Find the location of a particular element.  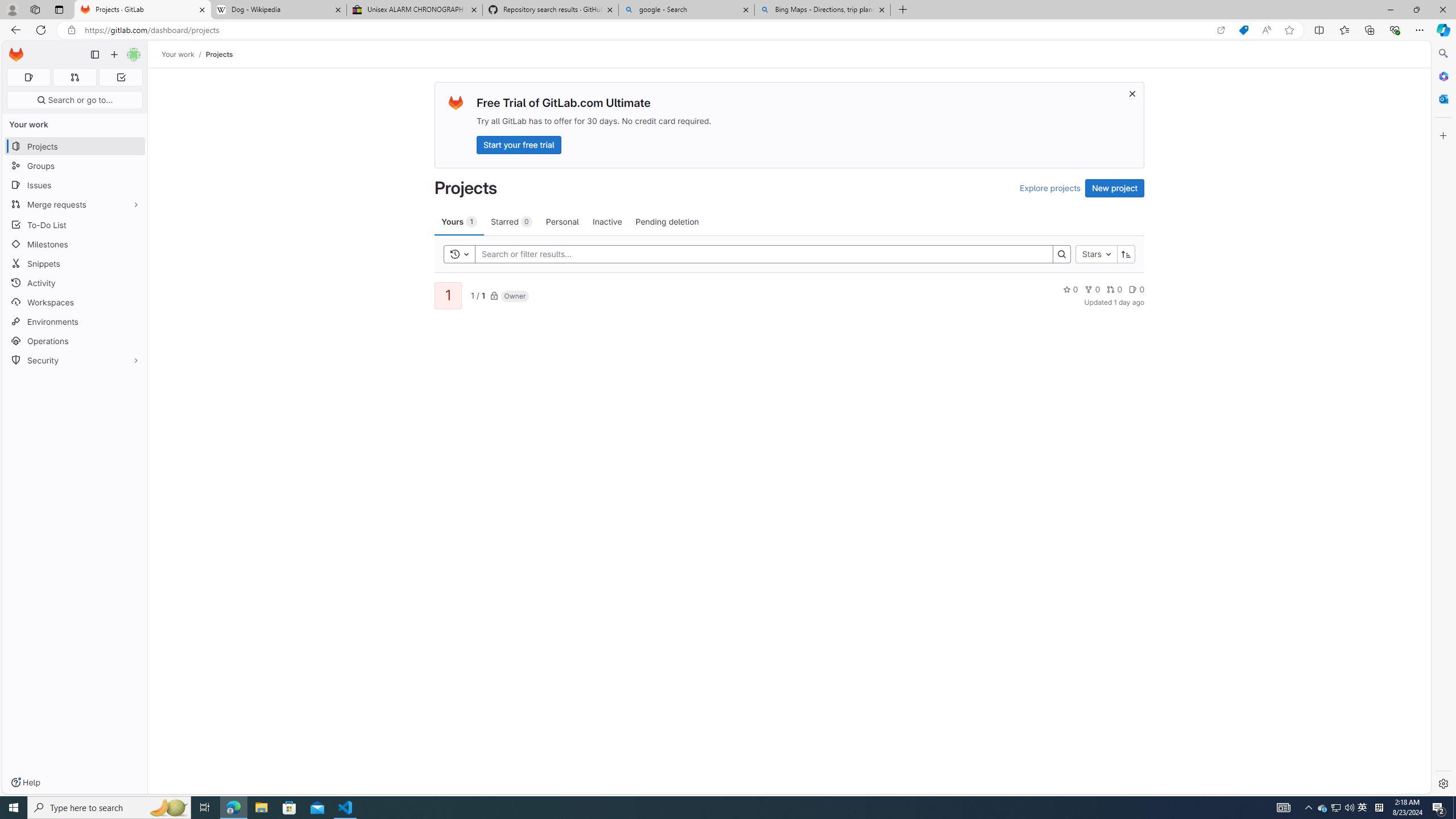

'Projects' is located at coordinates (218, 54).